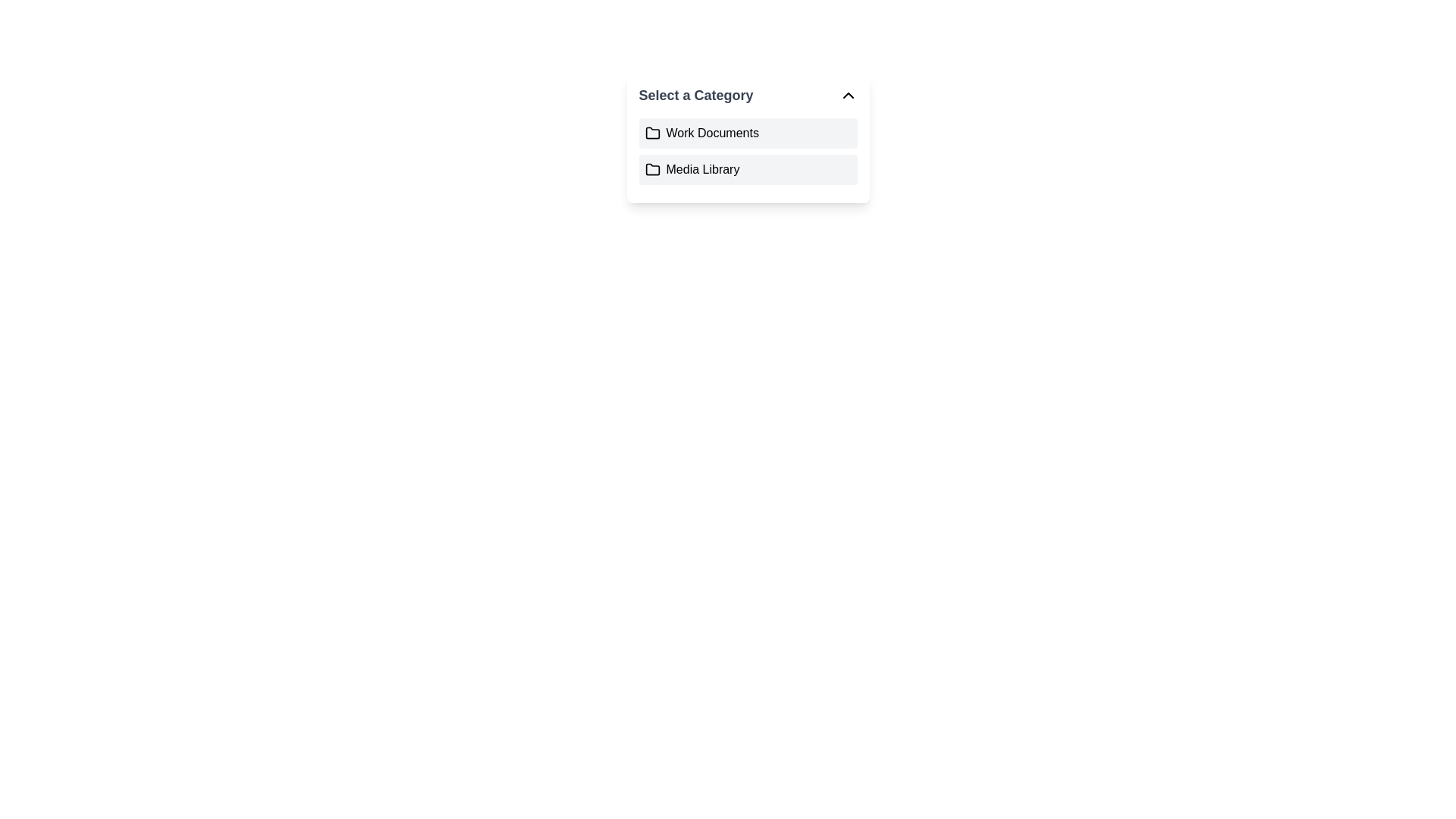  Describe the element at coordinates (748, 169) in the screenshot. I see `the 'Media Library' button-like list item, which is the second selectable category option` at that location.